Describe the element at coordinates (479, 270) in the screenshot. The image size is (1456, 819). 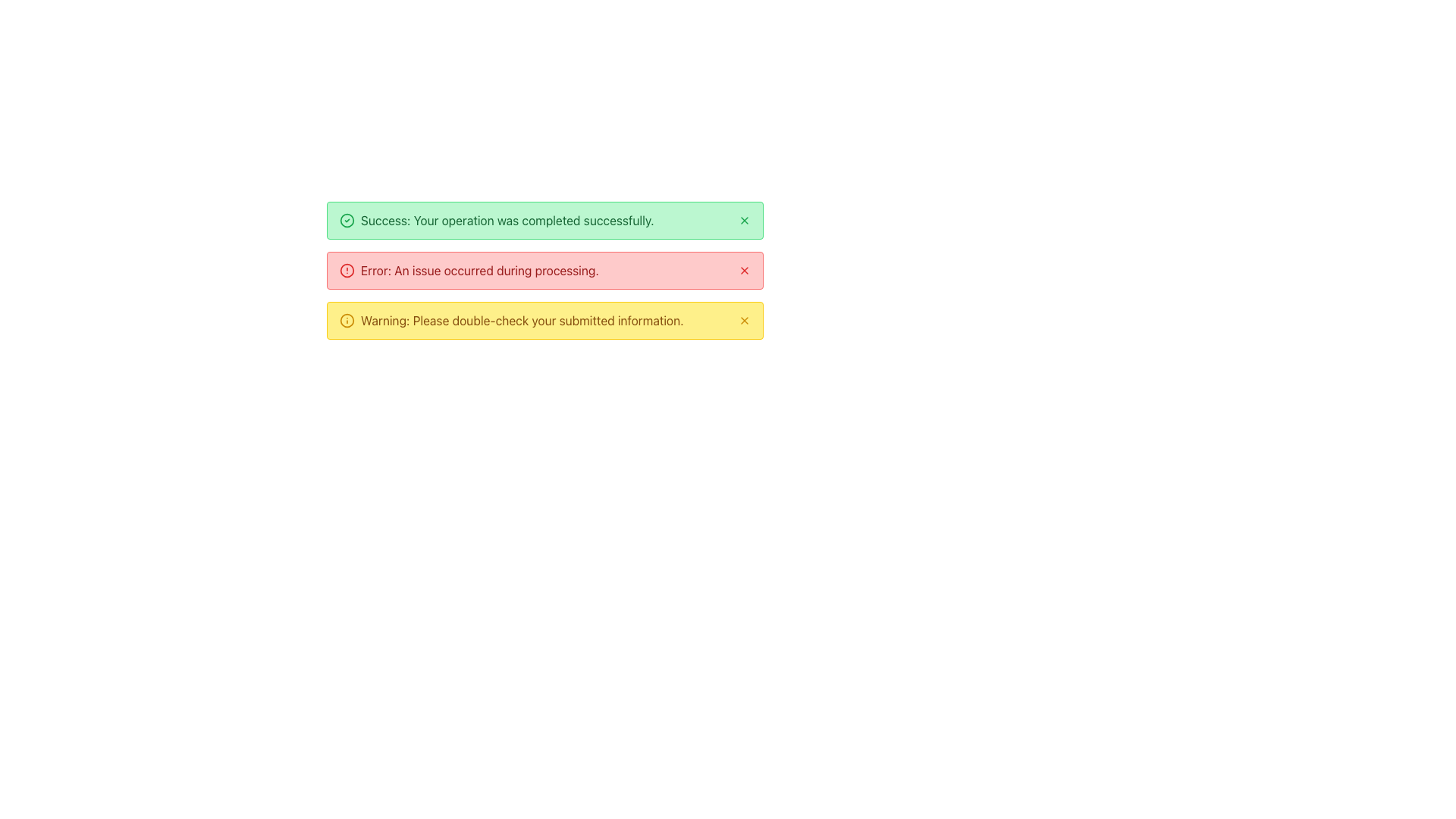
I see `the textual notification displaying 'Error: An issue occurred during processing.' within the red notification box, which is the second in the vertical stack of notifications` at that location.